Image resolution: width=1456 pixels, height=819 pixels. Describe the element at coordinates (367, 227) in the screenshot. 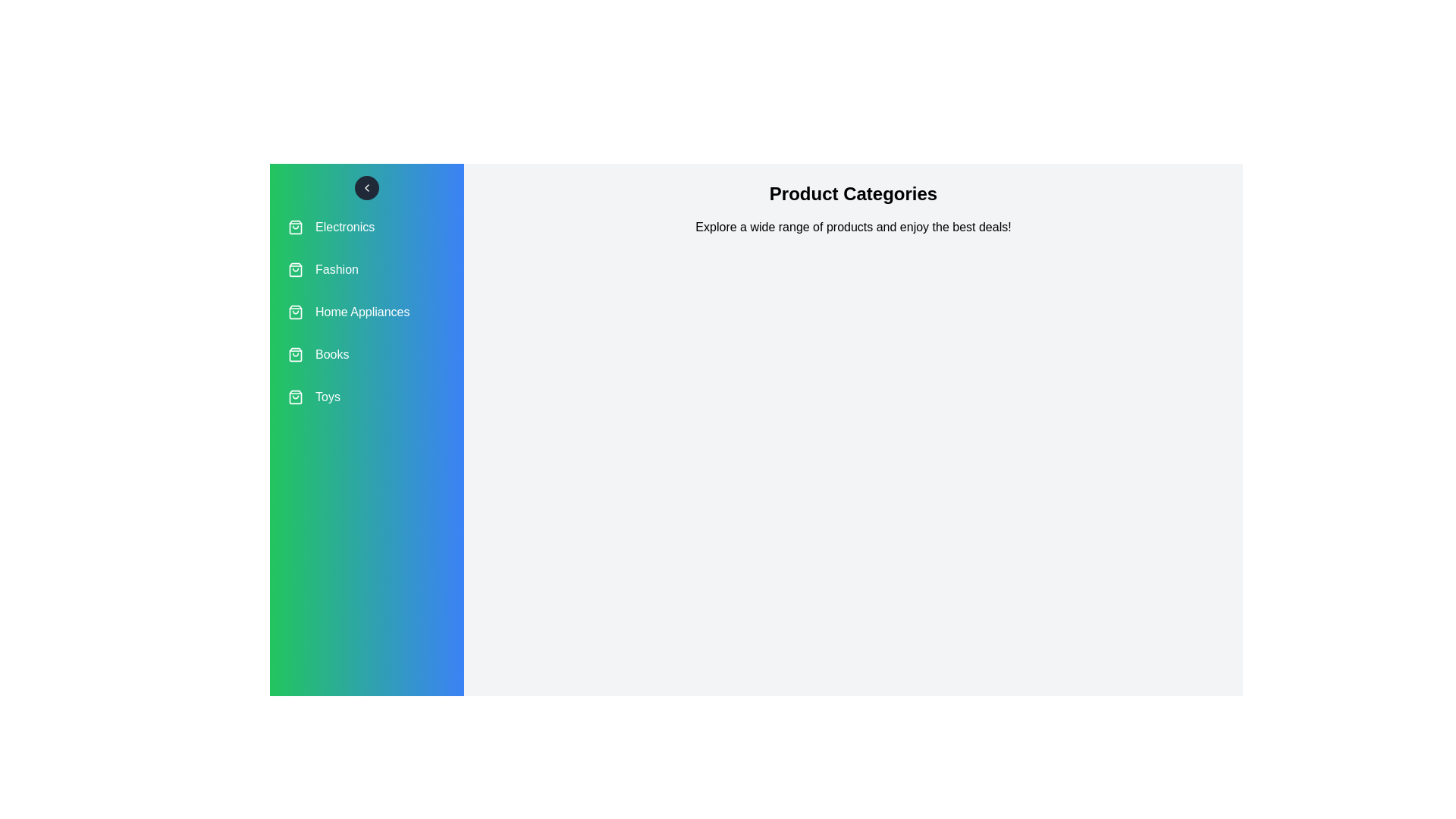

I see `the category Electronics` at that location.